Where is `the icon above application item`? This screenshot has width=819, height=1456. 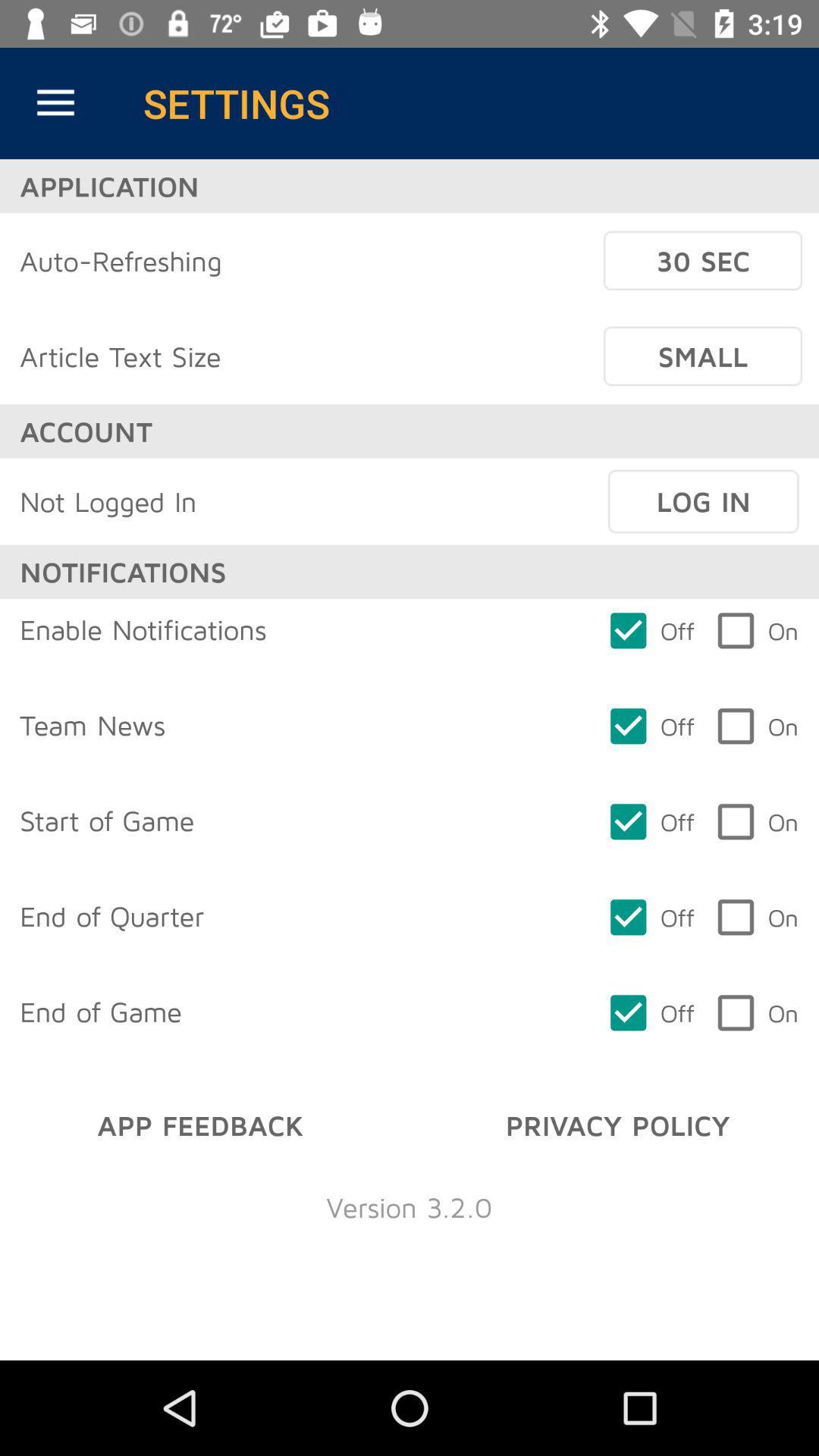
the icon above application item is located at coordinates (55, 102).